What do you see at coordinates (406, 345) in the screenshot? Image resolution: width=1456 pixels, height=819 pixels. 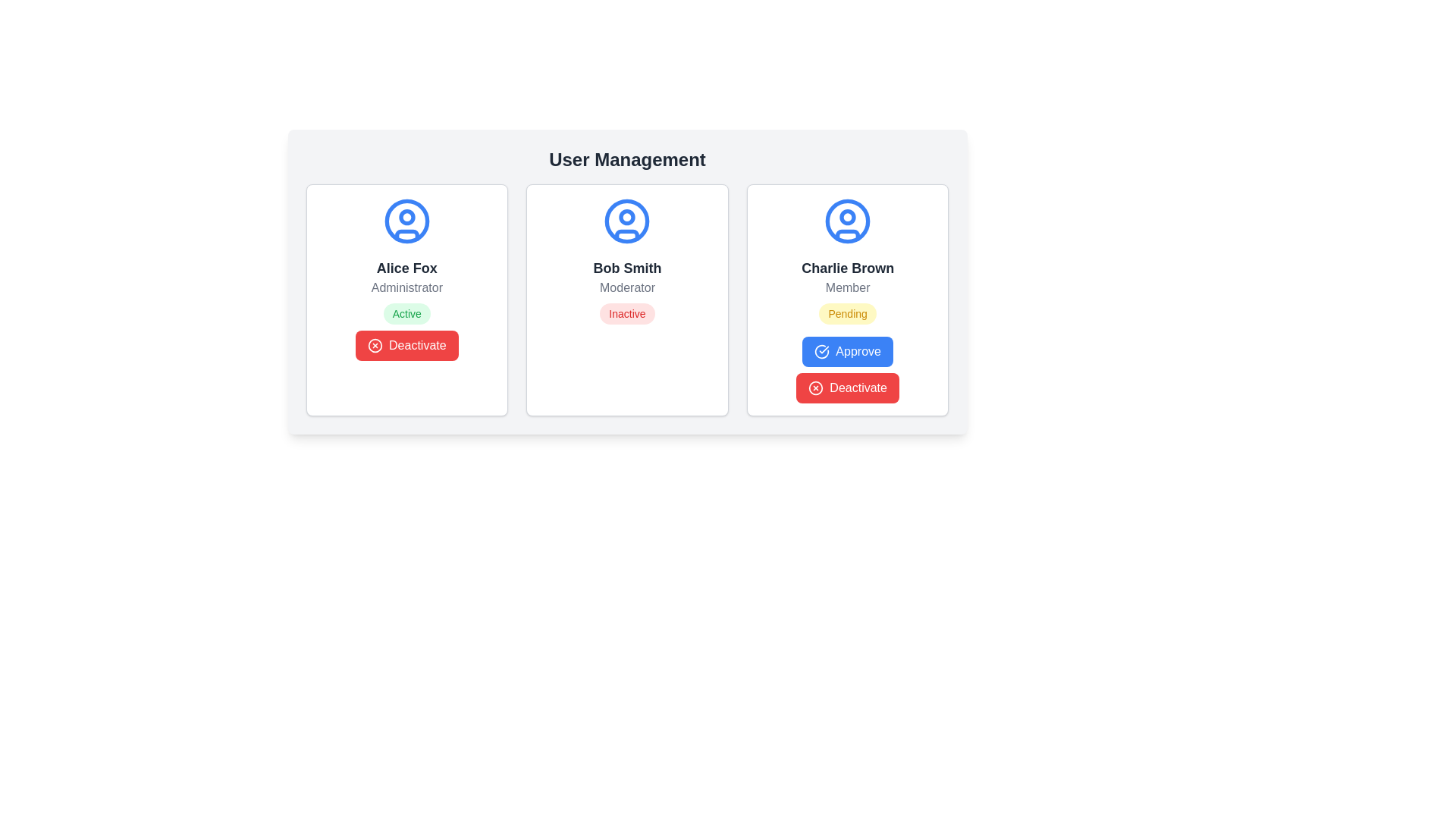 I see `the red 'Deactivate' button with white text and a circular 'X' icon` at bounding box center [406, 345].